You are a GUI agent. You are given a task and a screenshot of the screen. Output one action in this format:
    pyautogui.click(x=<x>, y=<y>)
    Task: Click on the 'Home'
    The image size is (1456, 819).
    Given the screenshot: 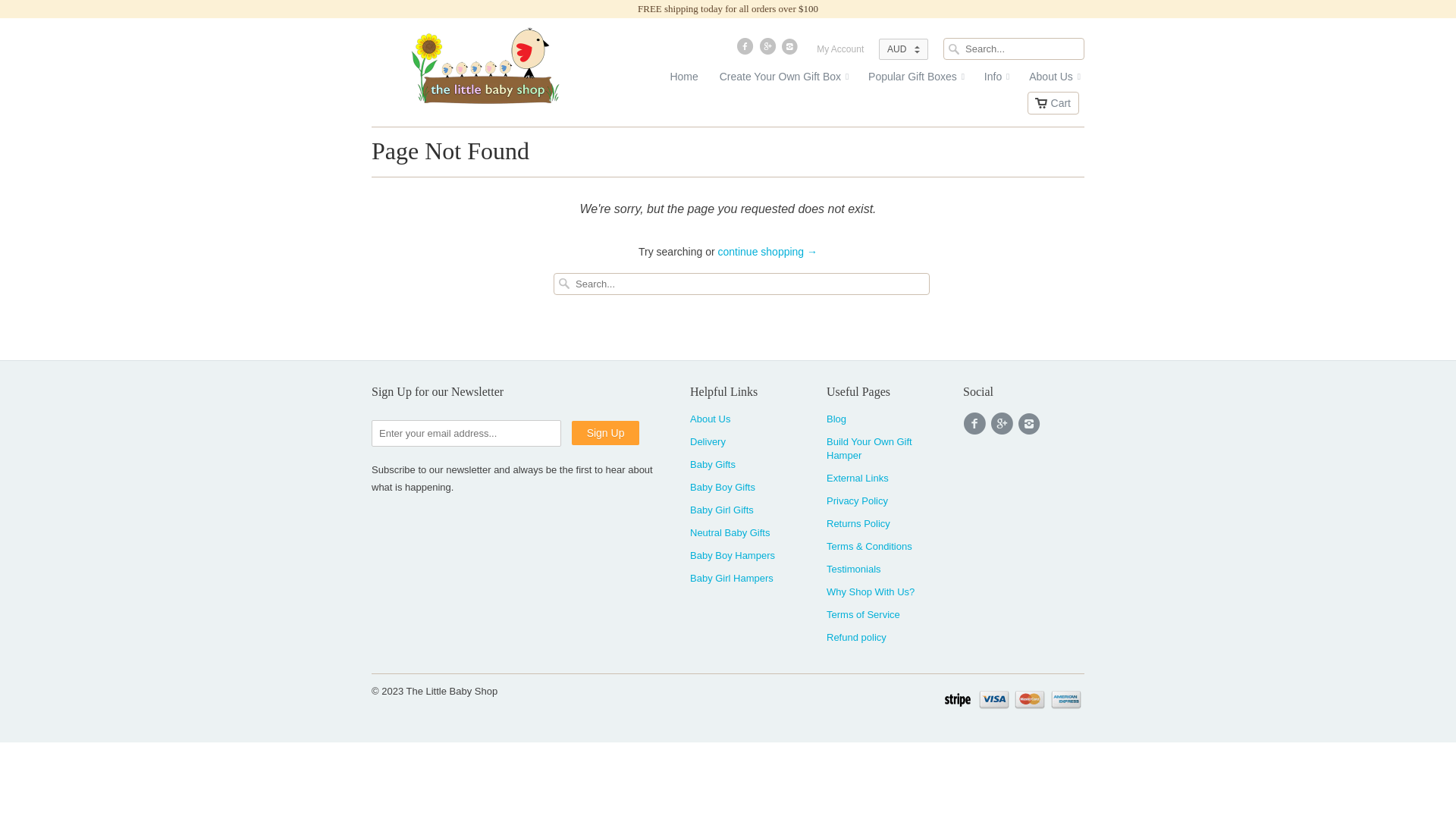 What is the action you would take?
    pyautogui.click(x=662, y=80)
    